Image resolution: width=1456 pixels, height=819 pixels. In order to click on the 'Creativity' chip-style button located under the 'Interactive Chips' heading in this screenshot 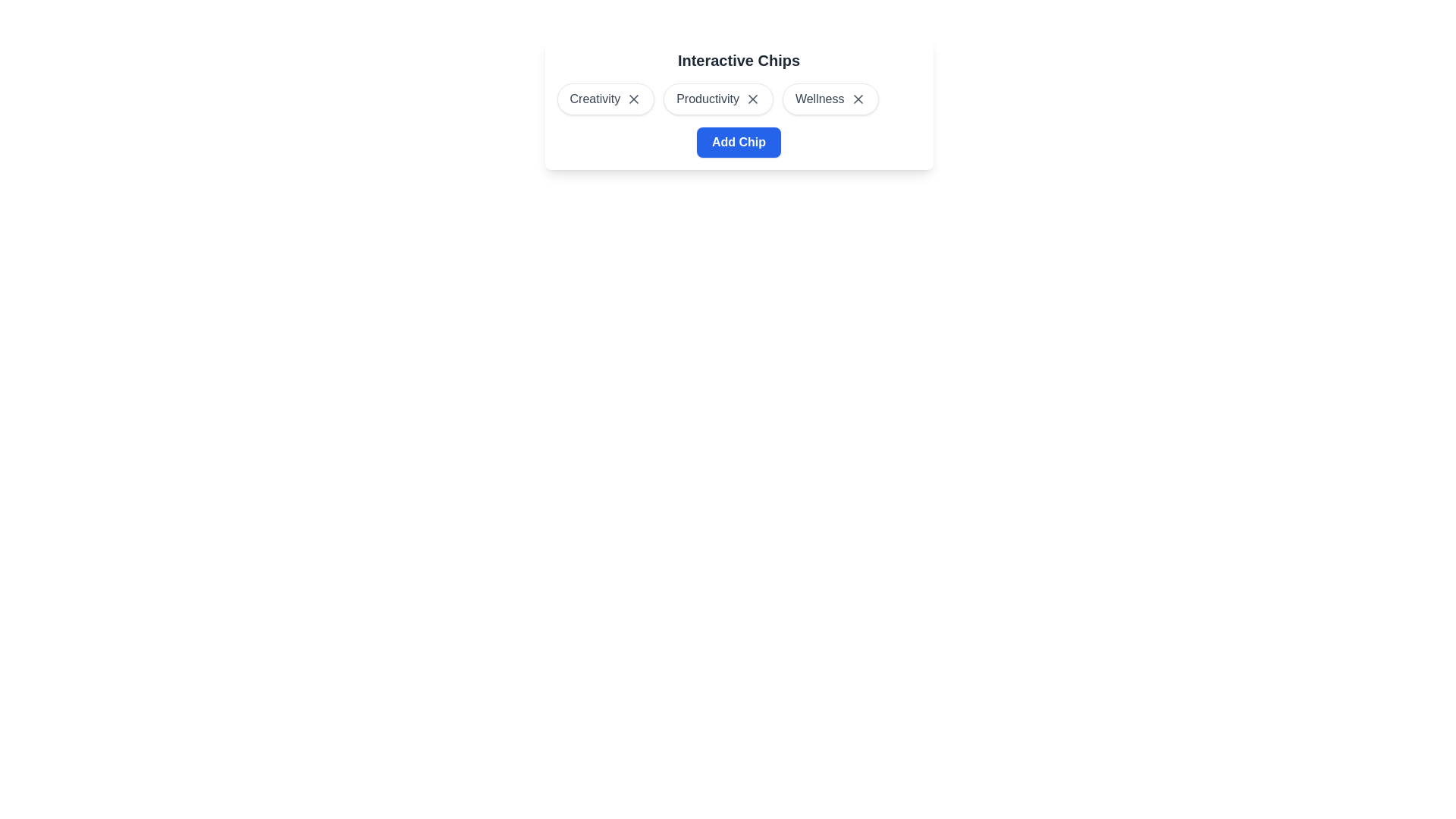, I will do `click(604, 99)`.